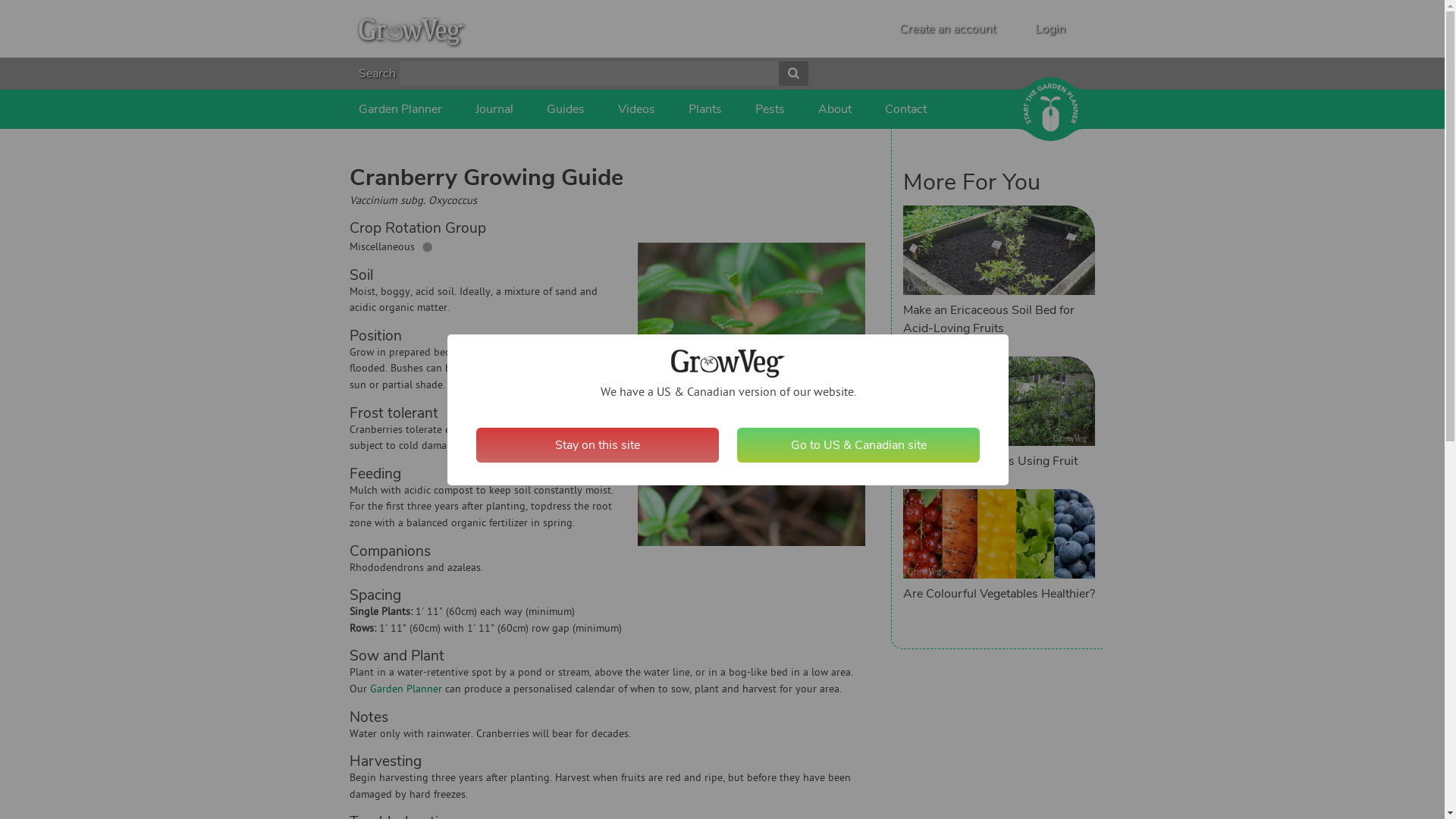  Describe the element at coordinates (770, 108) in the screenshot. I see `'Pests'` at that location.